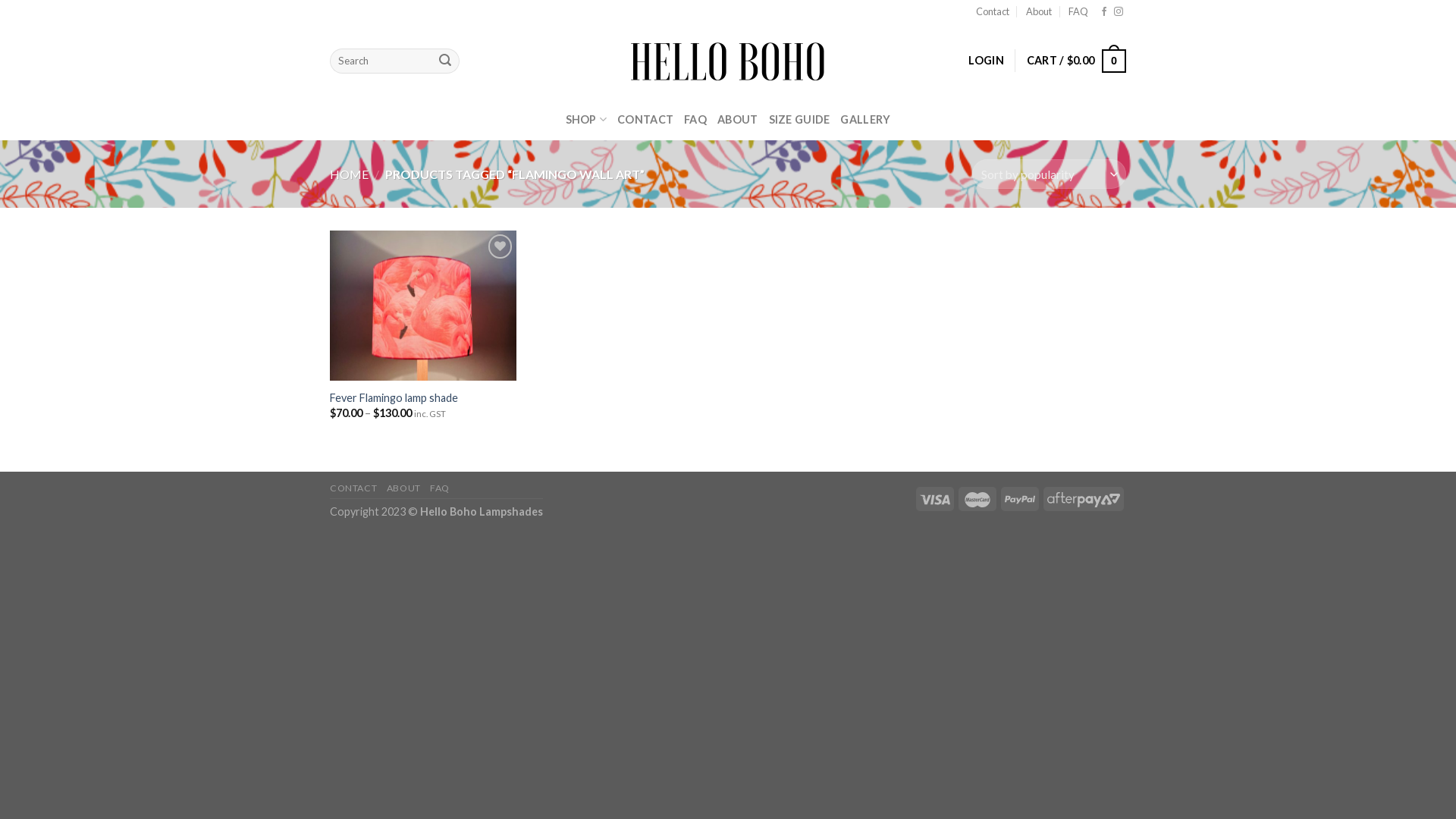  What do you see at coordinates (348, 173) in the screenshot?
I see `'HOME'` at bounding box center [348, 173].